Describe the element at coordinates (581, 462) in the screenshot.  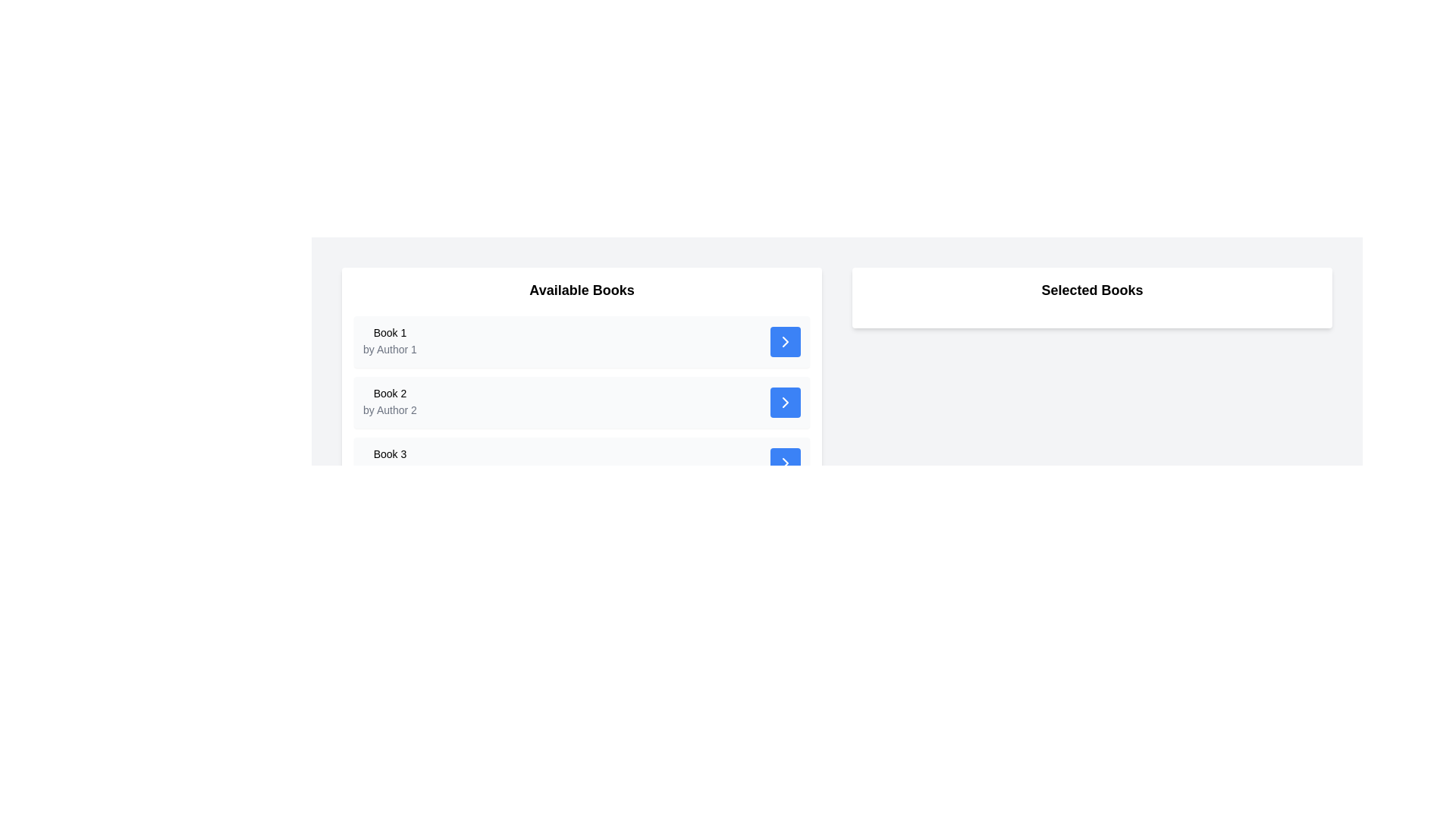
I see `the third item in the list of 'Available Books'` at that location.